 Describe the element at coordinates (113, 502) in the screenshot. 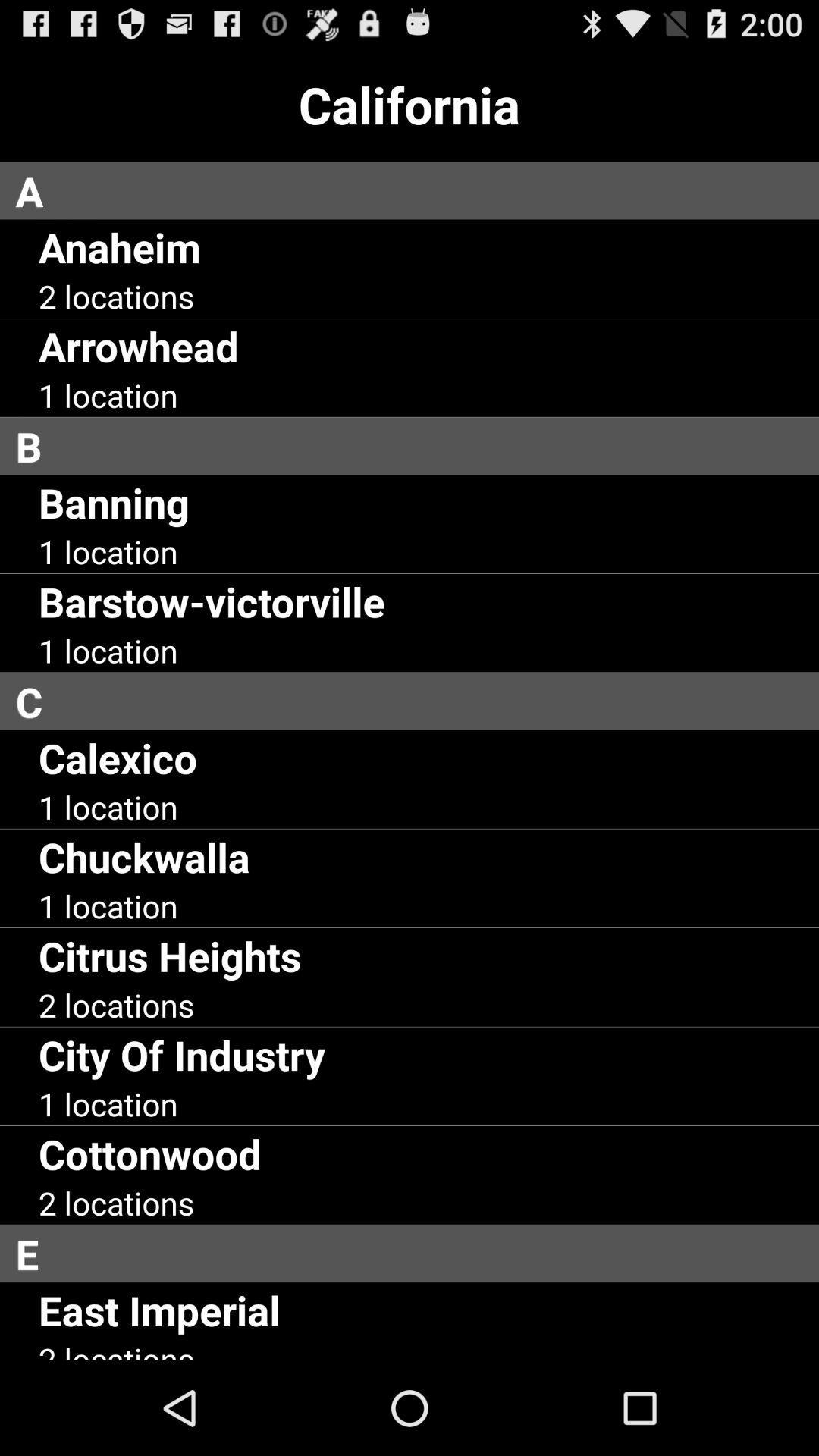

I see `item below b icon` at that location.